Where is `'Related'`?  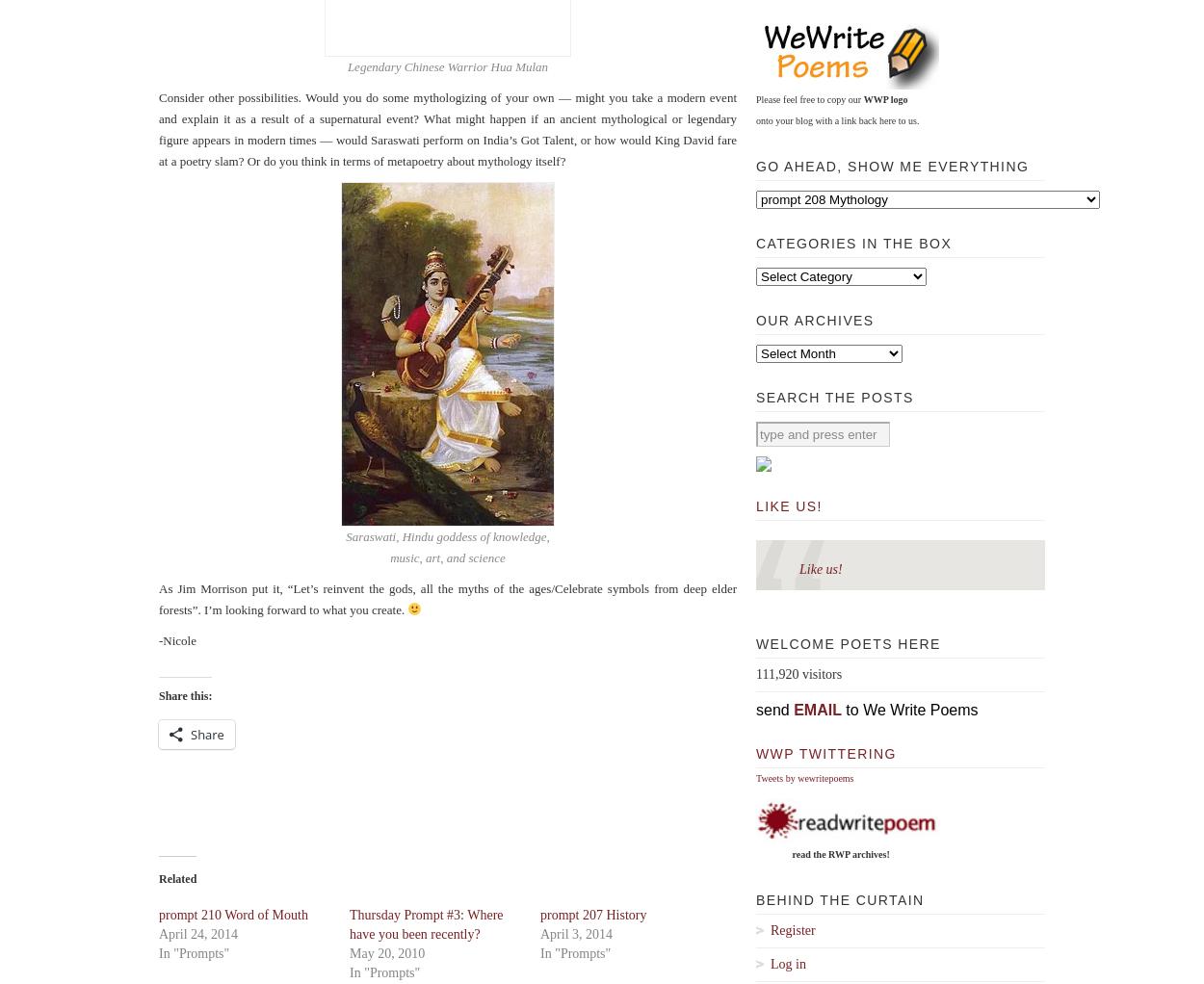 'Related' is located at coordinates (177, 877).